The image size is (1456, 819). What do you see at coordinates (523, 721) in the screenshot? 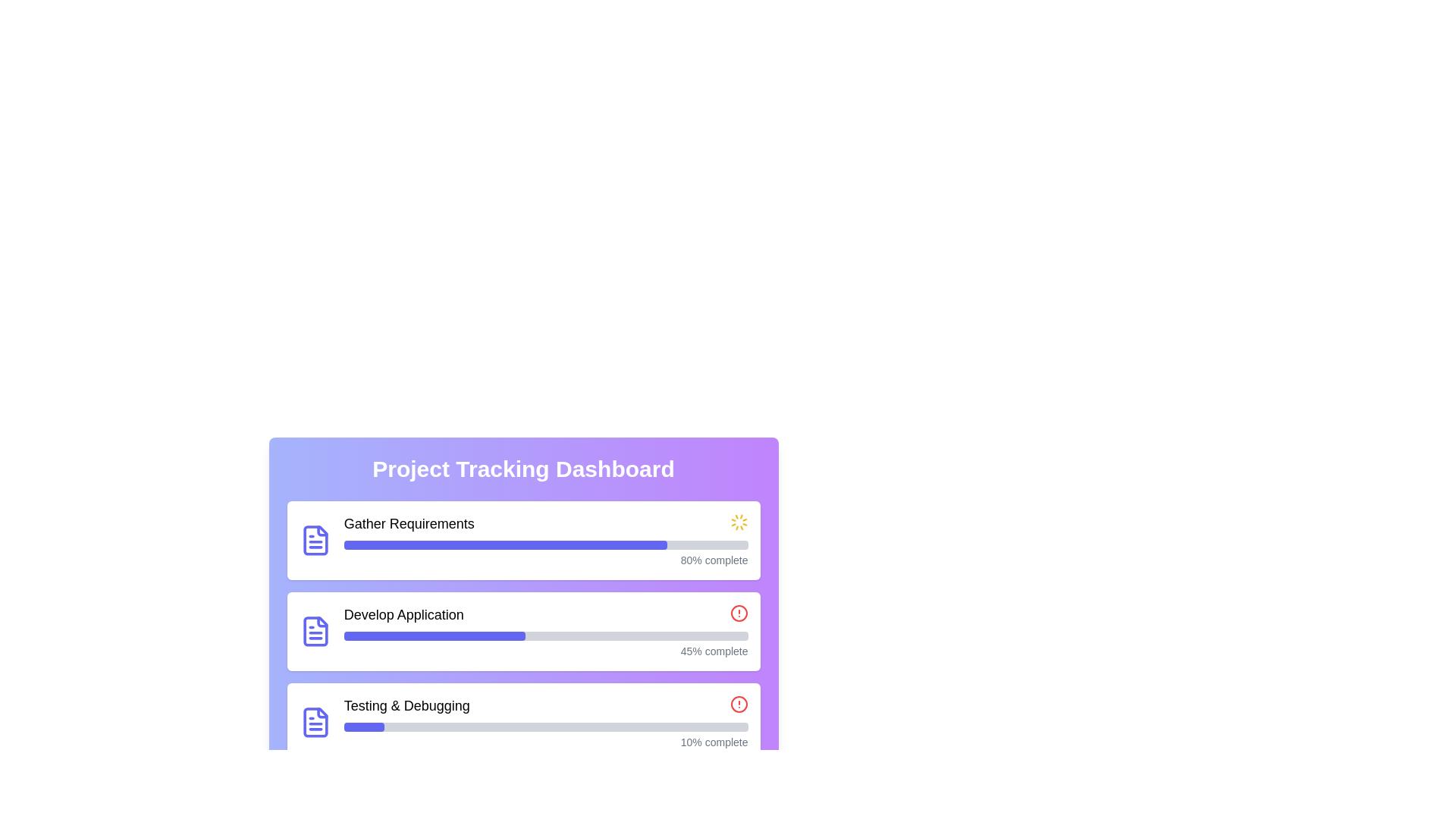
I see `the progress bar widget representing the progress of the 'Testing & Debugging' task to interact with it` at bounding box center [523, 721].